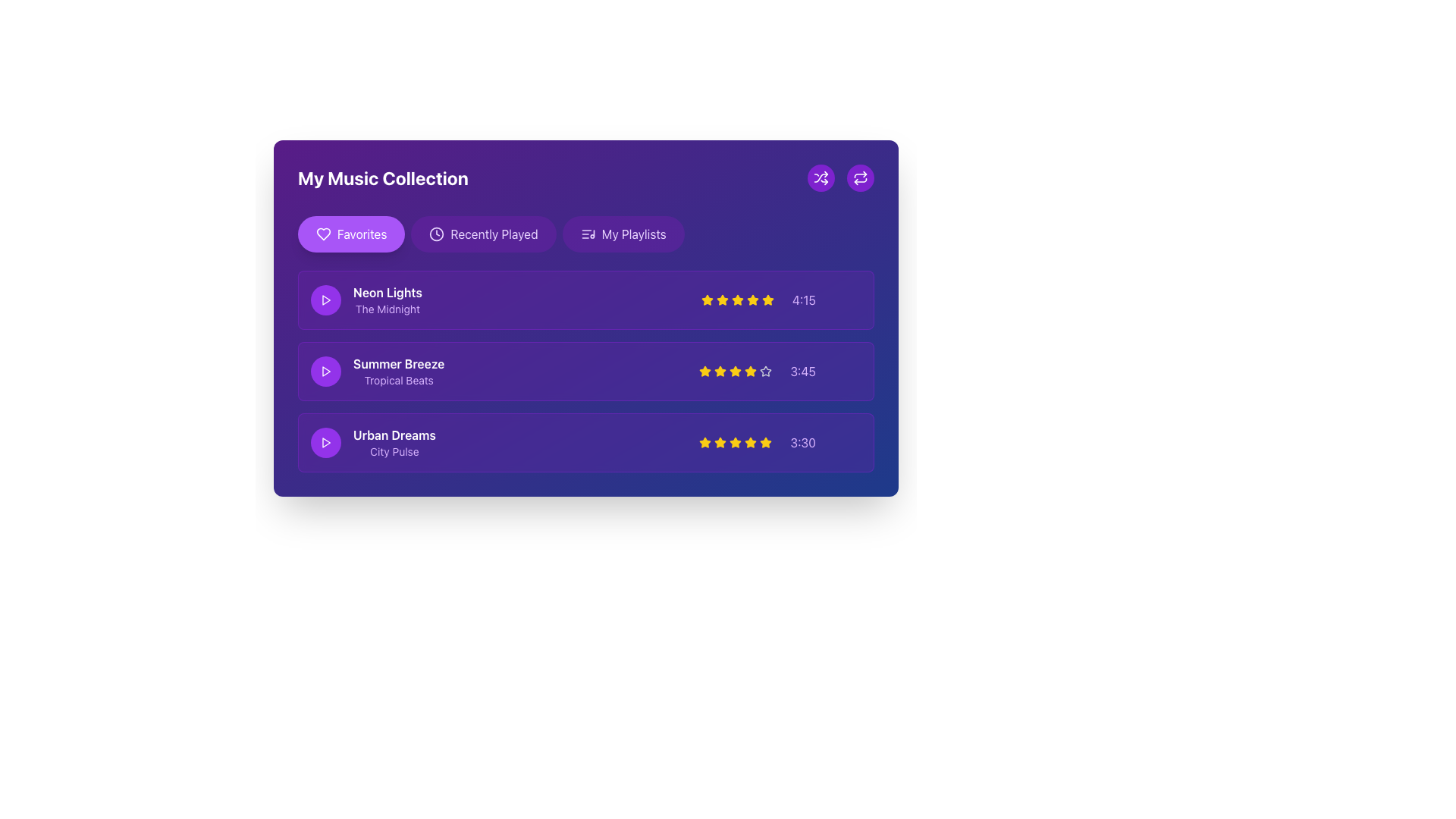  Describe the element at coordinates (751, 371) in the screenshot. I see `the fourth yellow star icon used for rating the 'Summer Breeze' song` at that location.